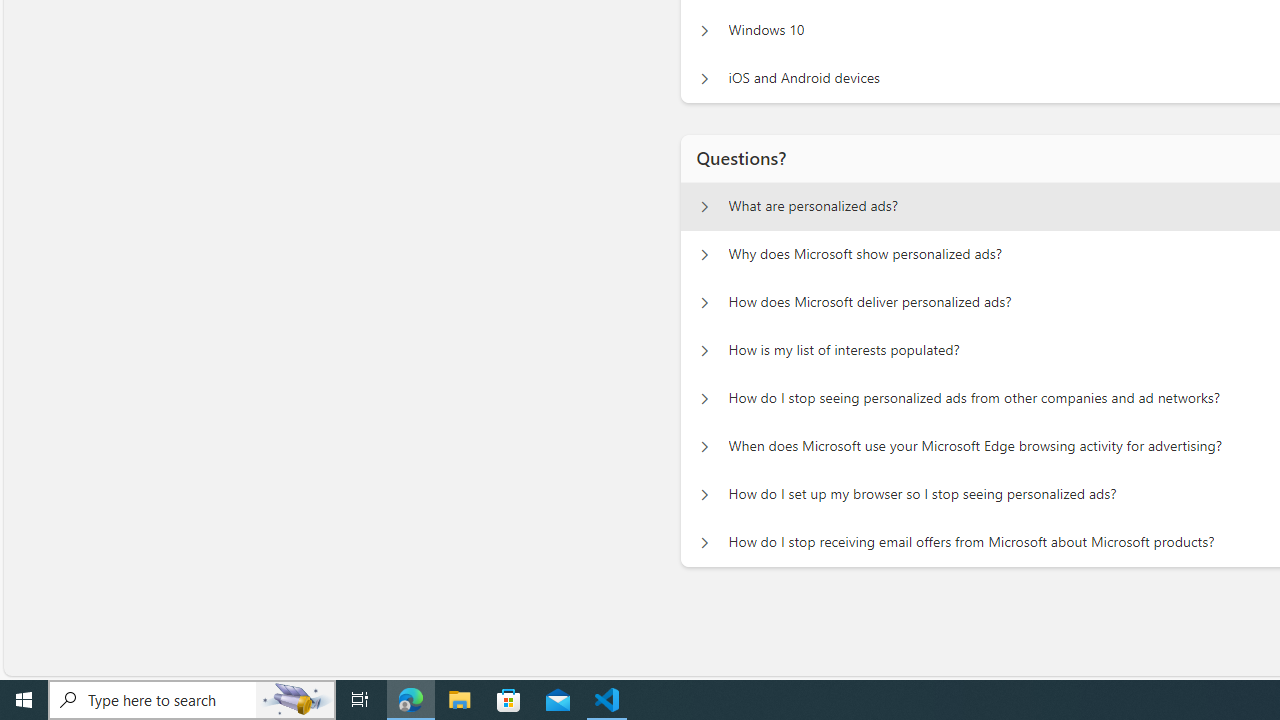 This screenshot has height=720, width=1280. Describe the element at coordinates (704, 206) in the screenshot. I see `'Questions? What are personalized ads?'` at that location.